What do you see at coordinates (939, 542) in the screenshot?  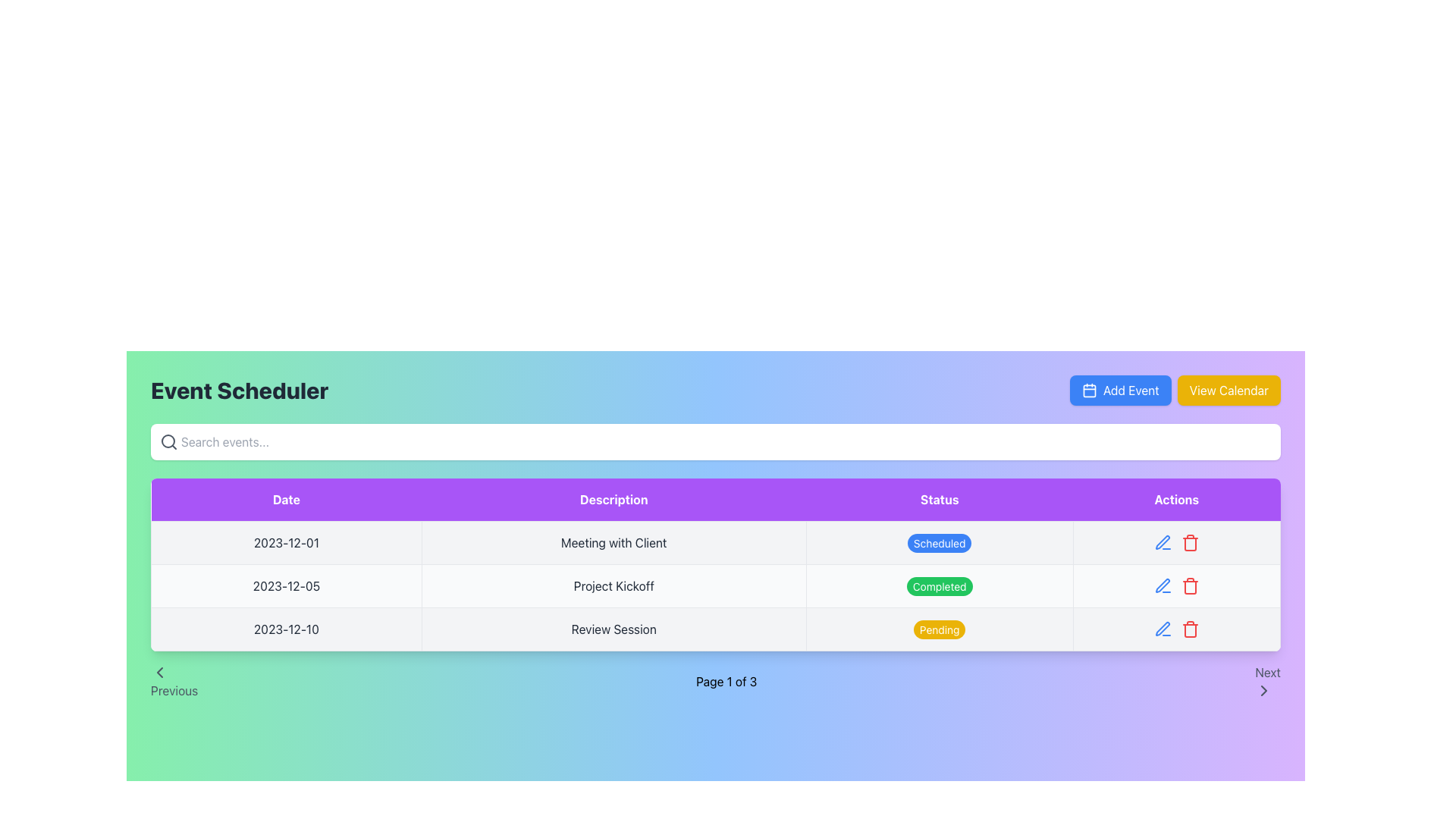 I see `the 'Scheduled' status indicator in the 'Status' column of the 'Event Scheduler' table, which is a blue rounded rectangle with white text, located in the row for the 'Meeting with Client' event on '2023-12-01'` at bounding box center [939, 542].